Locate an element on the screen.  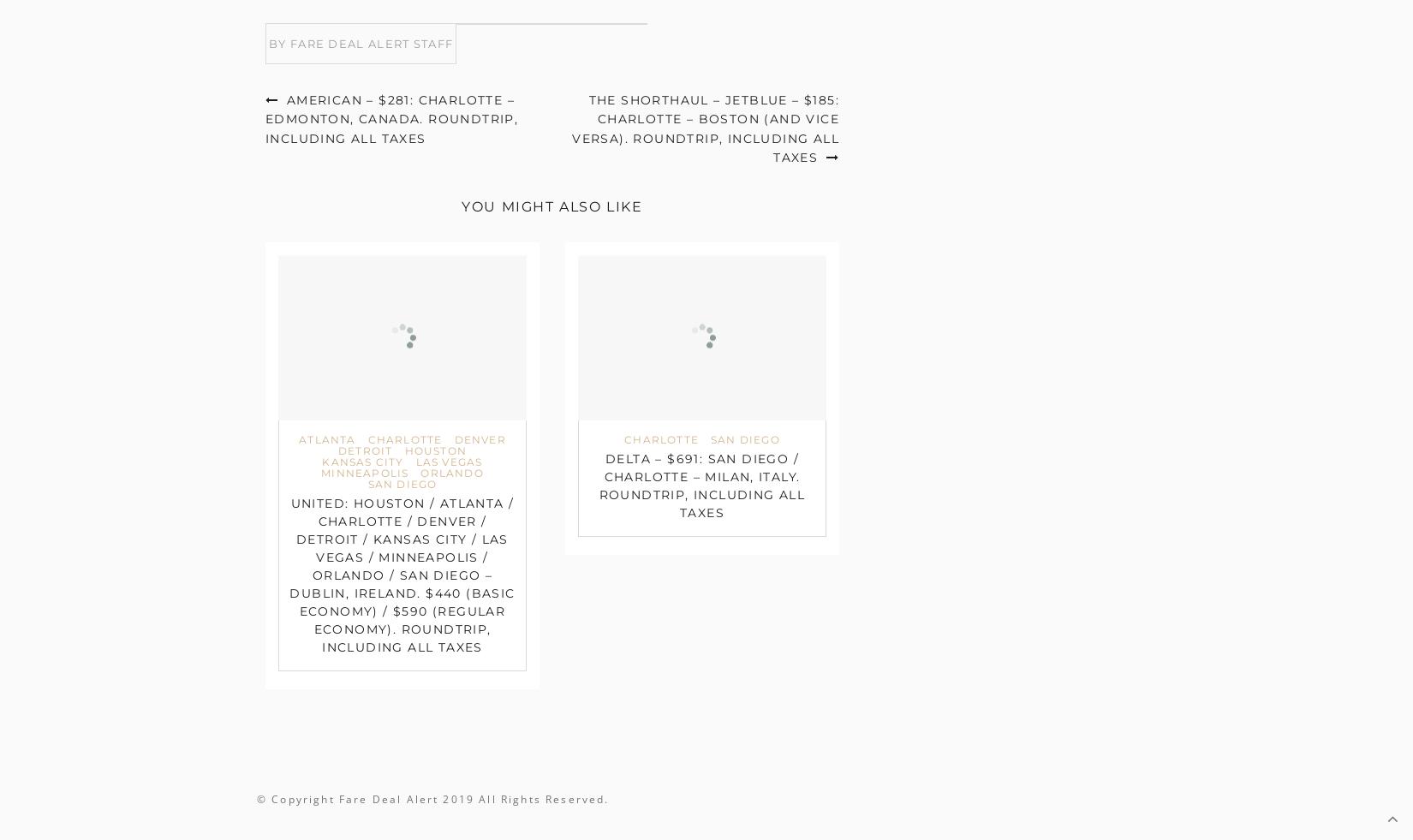
'Orlando' is located at coordinates (450, 473).